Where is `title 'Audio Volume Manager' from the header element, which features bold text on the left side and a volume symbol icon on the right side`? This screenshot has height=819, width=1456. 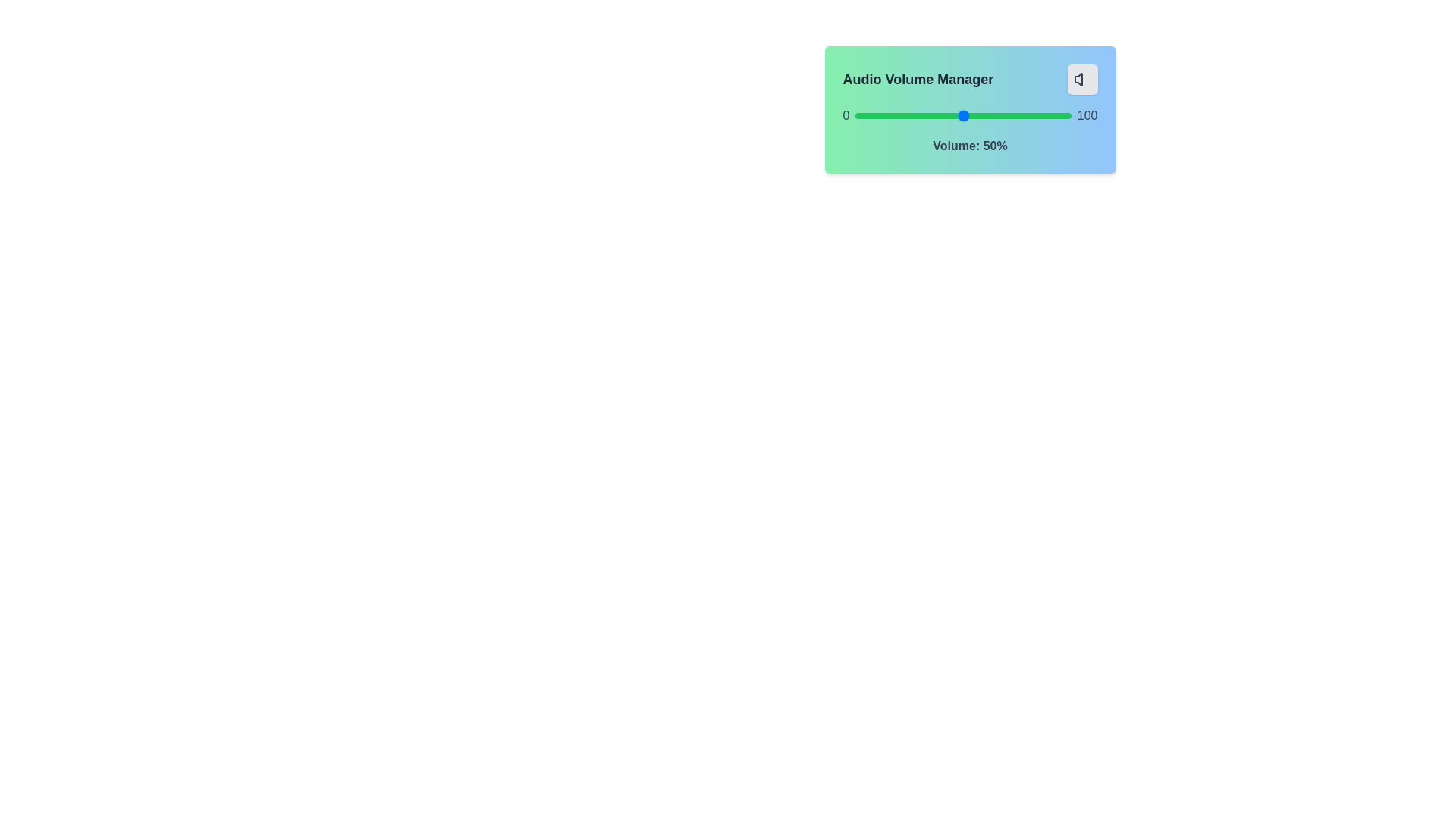 title 'Audio Volume Manager' from the header element, which features bold text on the left side and a volume symbol icon on the right side is located at coordinates (969, 79).